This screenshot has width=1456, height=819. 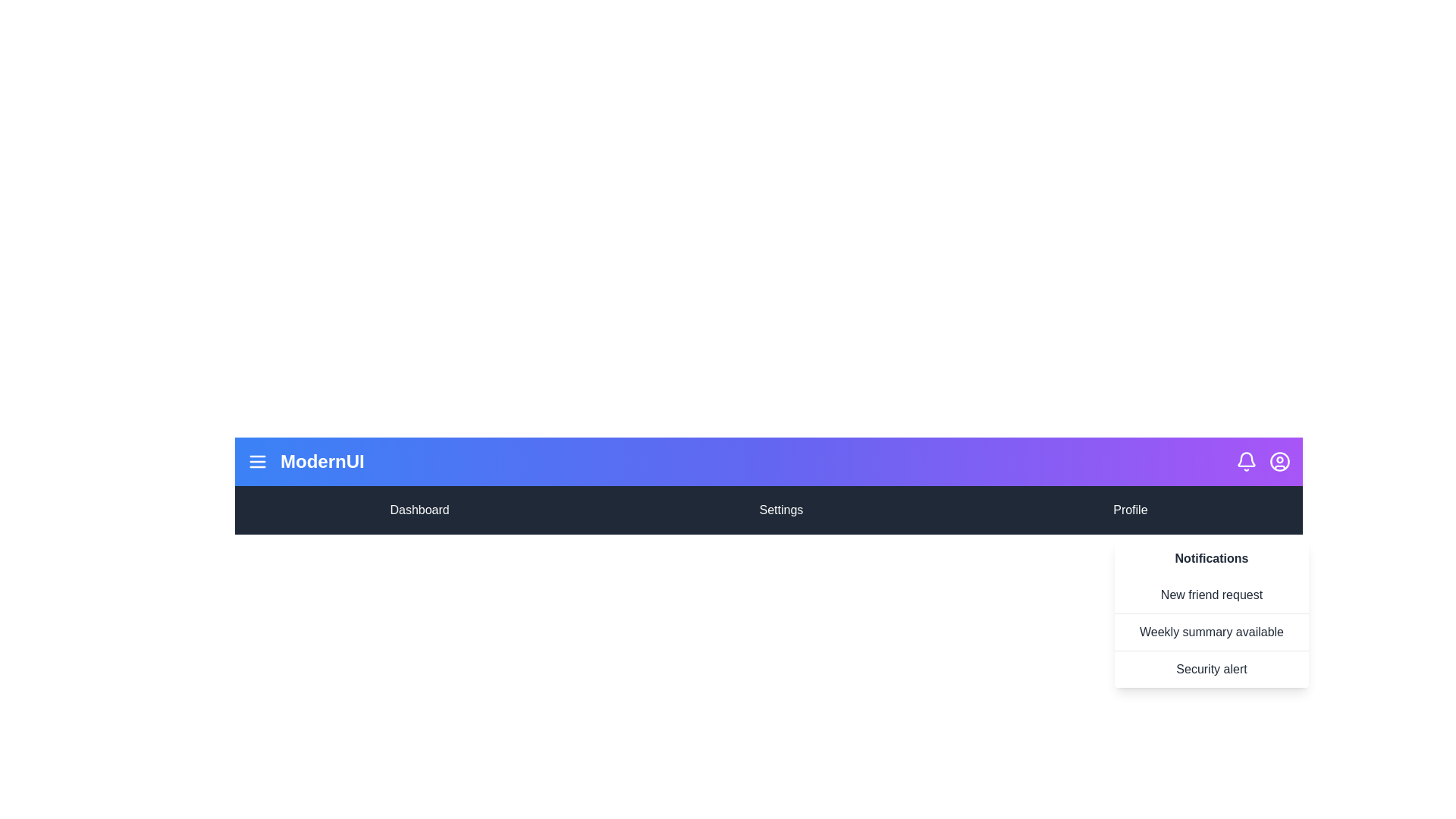 I want to click on menu button to toggle the menu visibility, so click(x=258, y=461).